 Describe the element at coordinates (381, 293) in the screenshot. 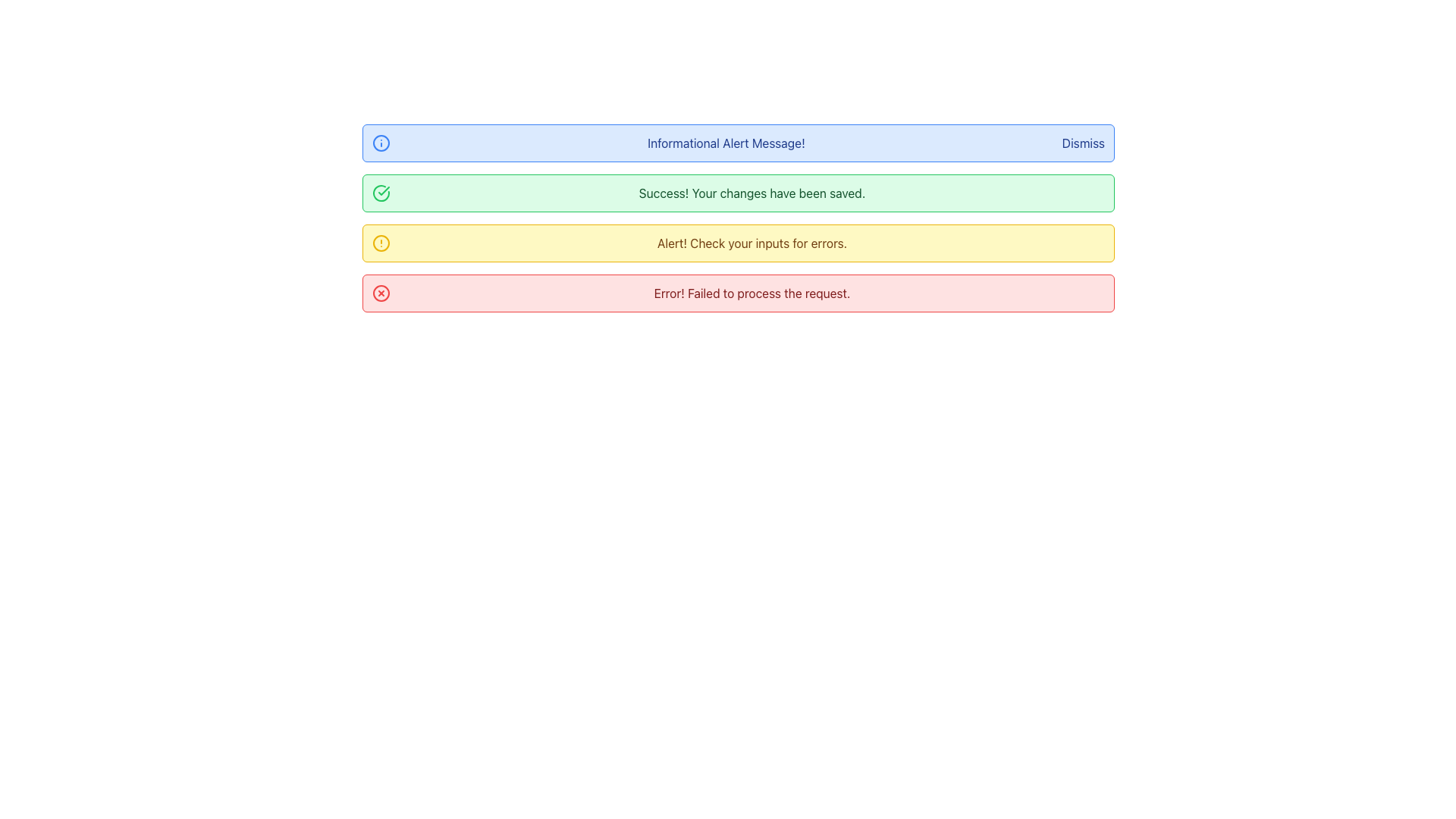

I see `the SVG-based Icon that indicates an error state, located at the leftmost part of the red alert message displaying 'Error! Failed to process the request.'` at that location.